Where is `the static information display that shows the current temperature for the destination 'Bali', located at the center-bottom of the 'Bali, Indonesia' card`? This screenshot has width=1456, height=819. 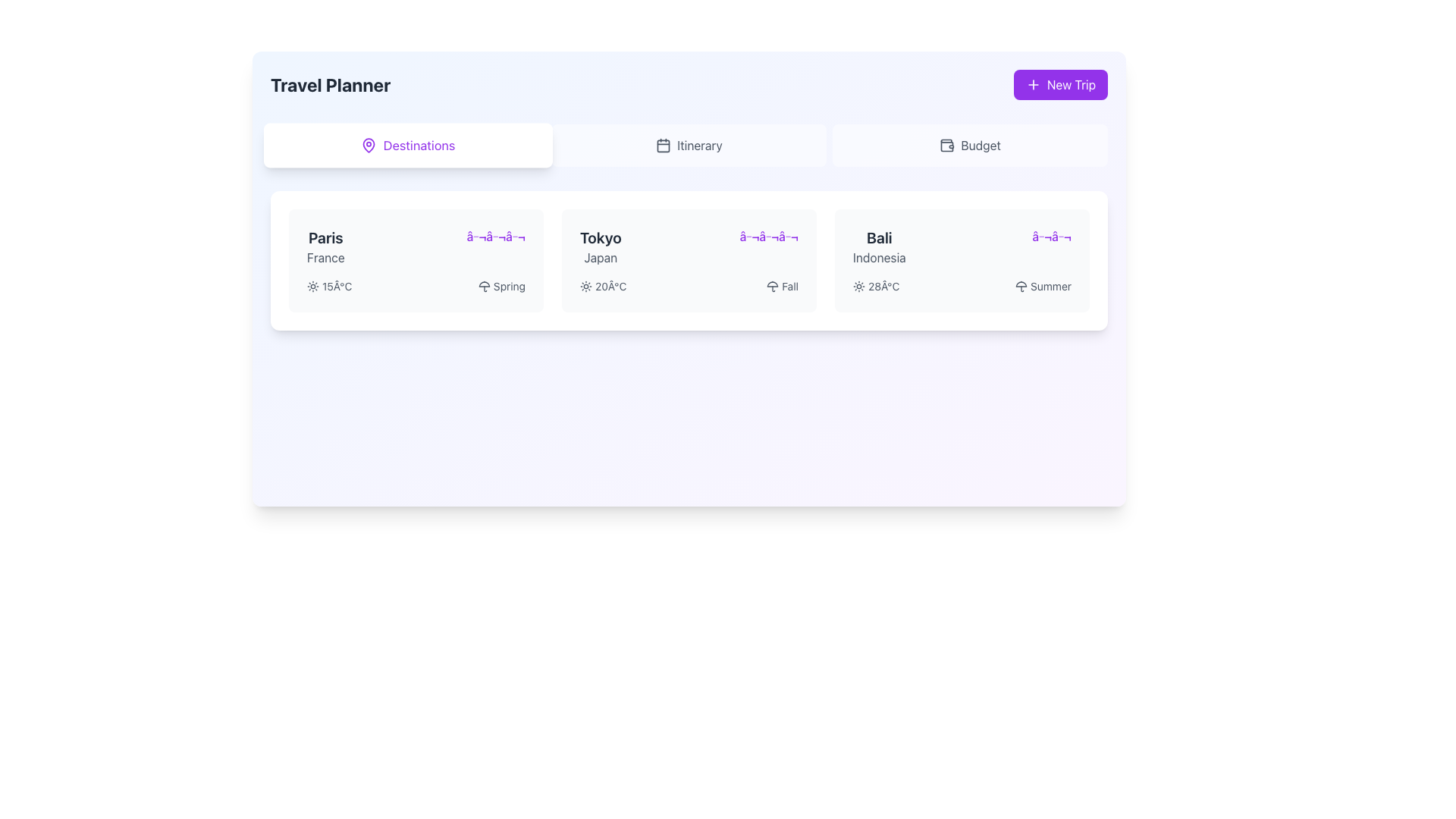 the static information display that shows the current temperature for the destination 'Bali', located at the center-bottom of the 'Bali, Indonesia' card is located at coordinates (876, 287).